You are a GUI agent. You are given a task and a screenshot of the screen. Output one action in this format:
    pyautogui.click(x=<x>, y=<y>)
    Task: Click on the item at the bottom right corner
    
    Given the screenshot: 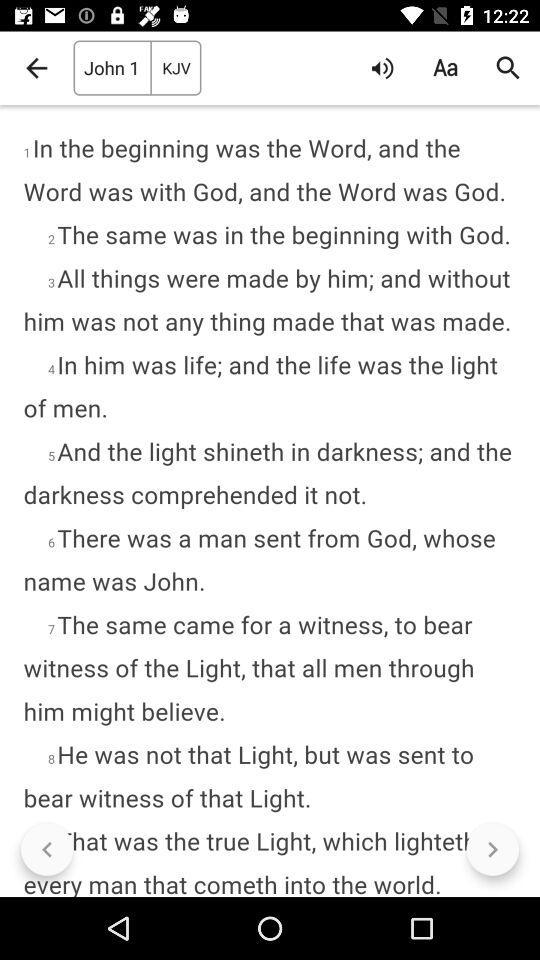 What is the action you would take?
    pyautogui.click(x=491, y=848)
    